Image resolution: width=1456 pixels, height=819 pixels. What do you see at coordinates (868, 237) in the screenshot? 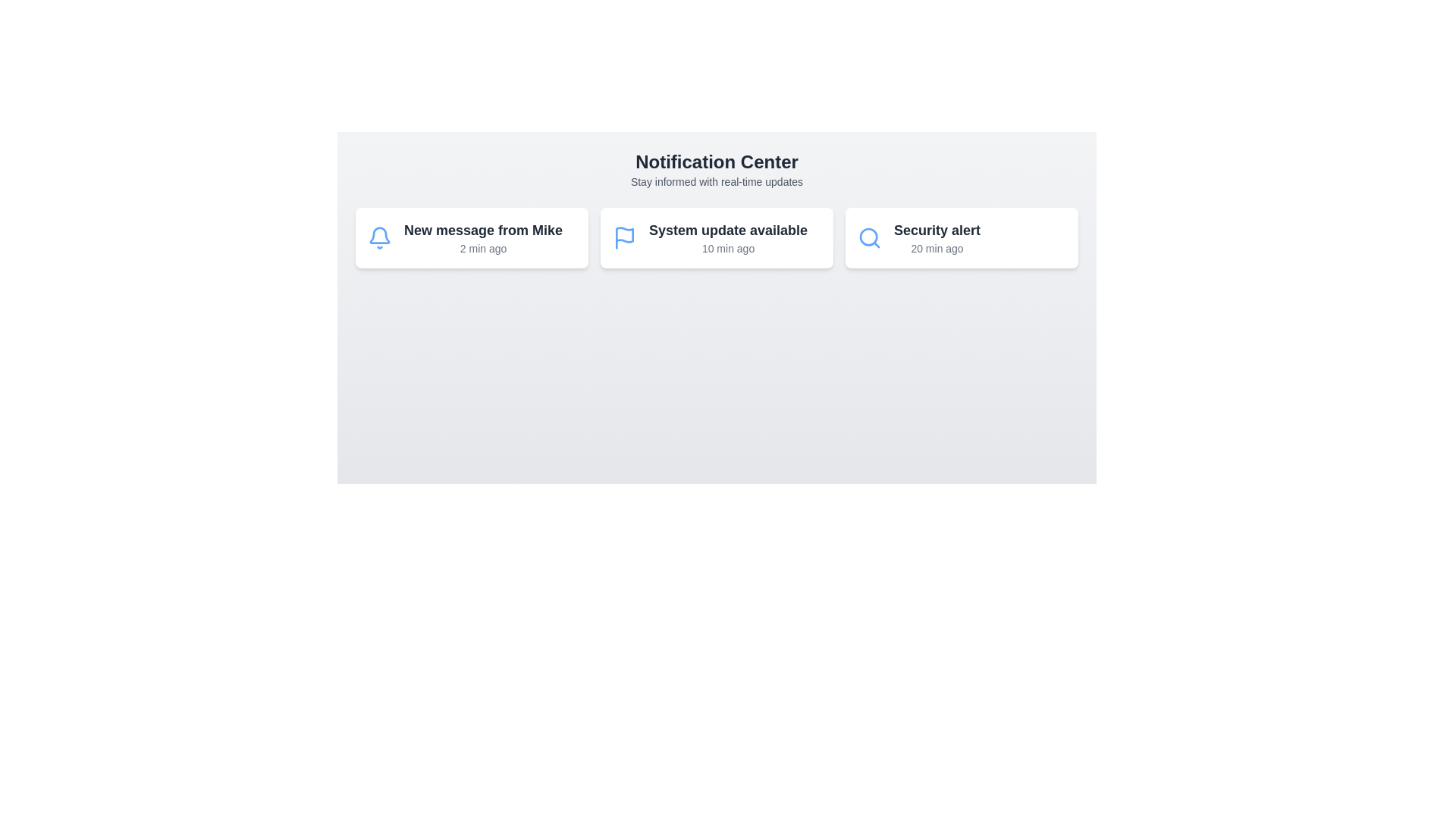
I see `the Decorative SVG circle element that represents the main lens of the magnifying glass, located in the third notification box titled 'Security alert'` at bounding box center [868, 237].